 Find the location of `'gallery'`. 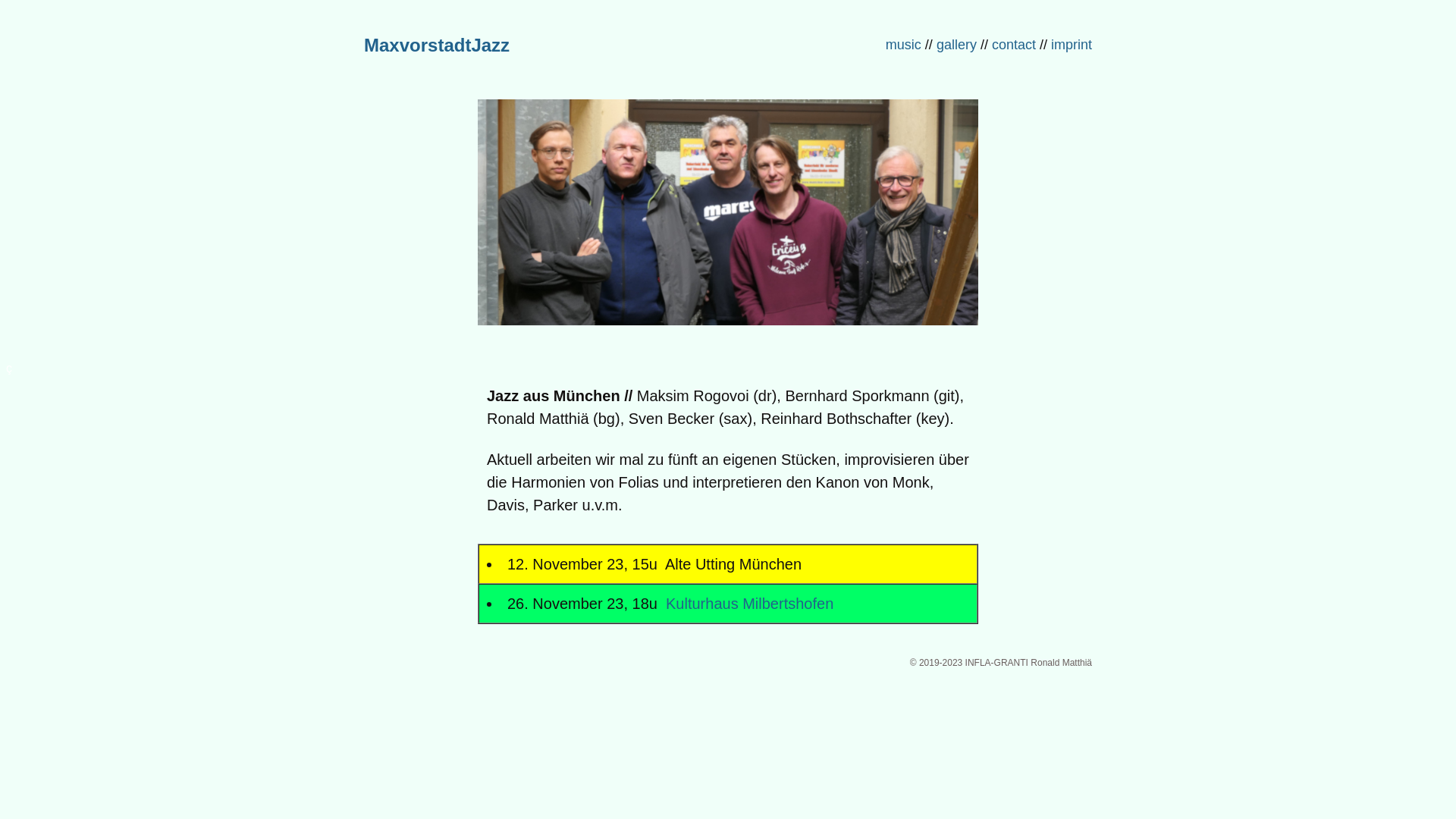

'gallery' is located at coordinates (955, 43).